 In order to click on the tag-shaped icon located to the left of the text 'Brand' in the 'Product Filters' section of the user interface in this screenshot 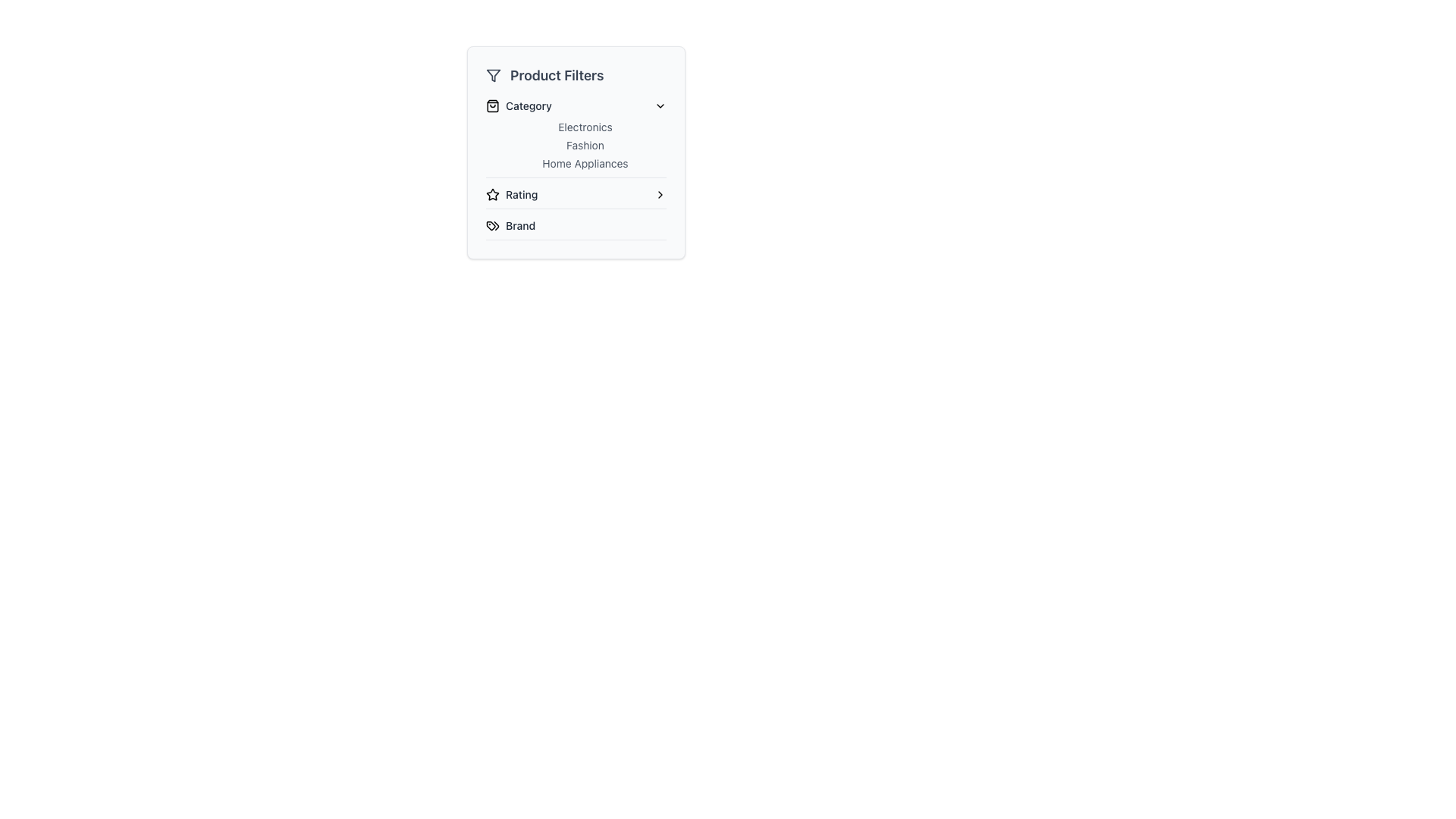, I will do `click(492, 225)`.